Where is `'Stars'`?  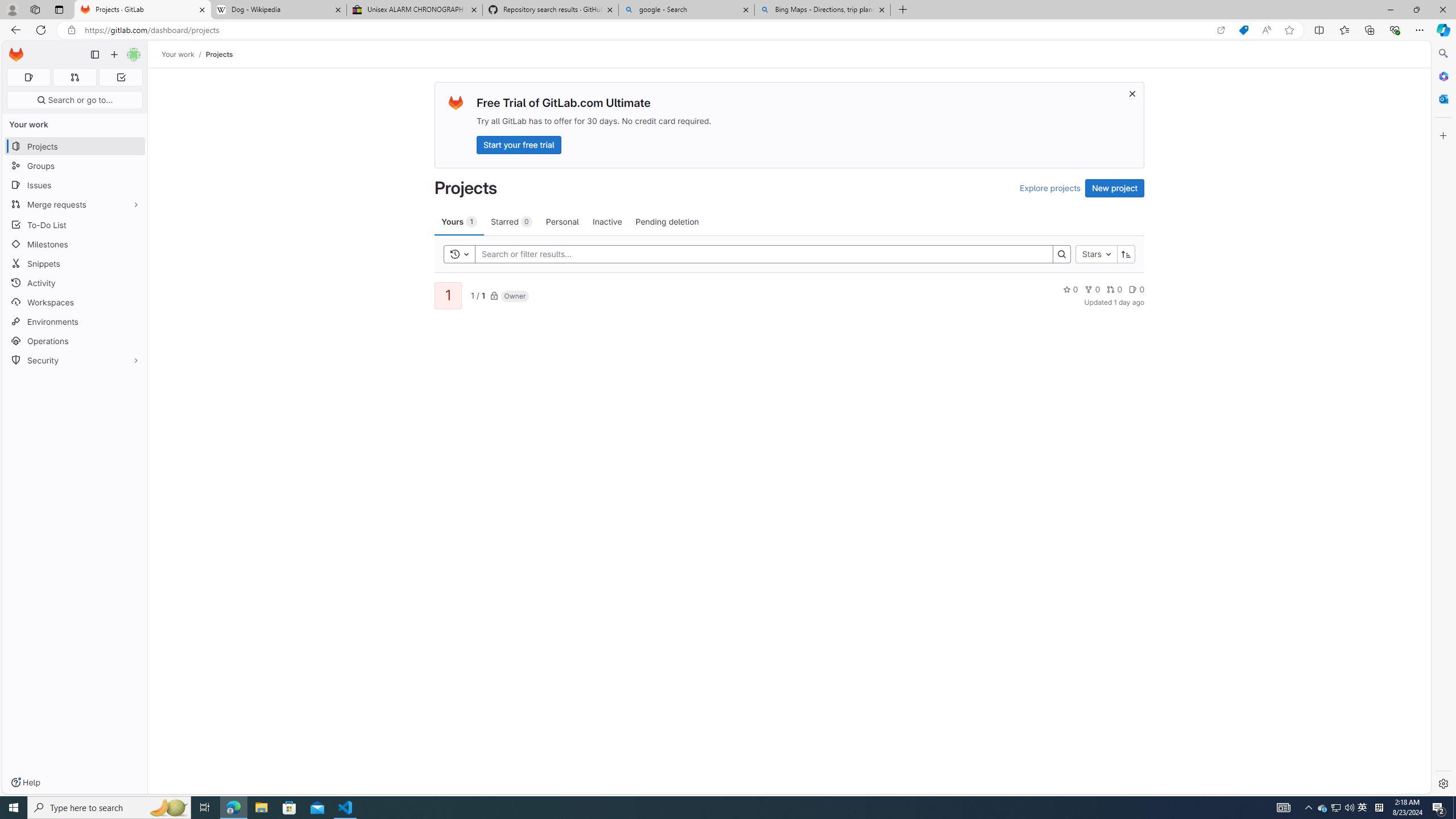
'Stars' is located at coordinates (1096, 254).